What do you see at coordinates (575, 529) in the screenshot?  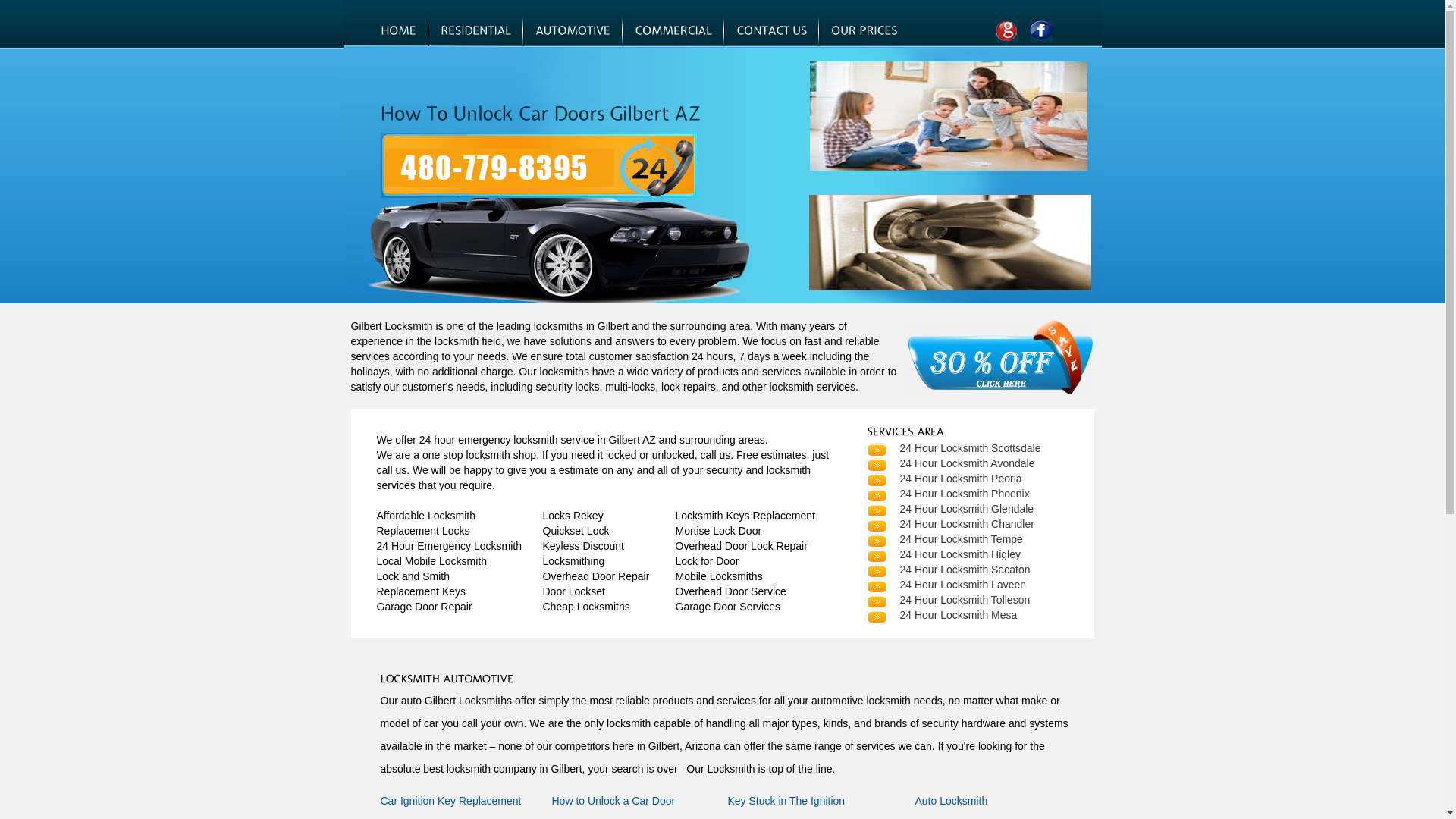 I see `'Quickset Lock'` at bounding box center [575, 529].